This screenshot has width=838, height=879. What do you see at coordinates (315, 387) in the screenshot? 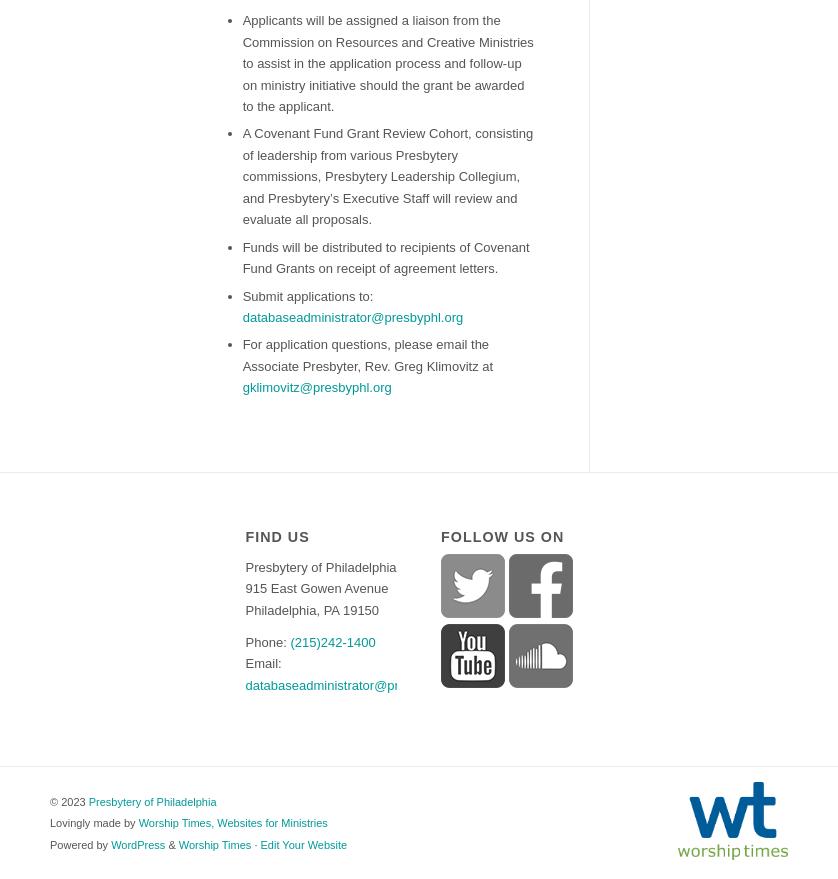
I see `'gklimovitz@presbyphl.org'` at bounding box center [315, 387].